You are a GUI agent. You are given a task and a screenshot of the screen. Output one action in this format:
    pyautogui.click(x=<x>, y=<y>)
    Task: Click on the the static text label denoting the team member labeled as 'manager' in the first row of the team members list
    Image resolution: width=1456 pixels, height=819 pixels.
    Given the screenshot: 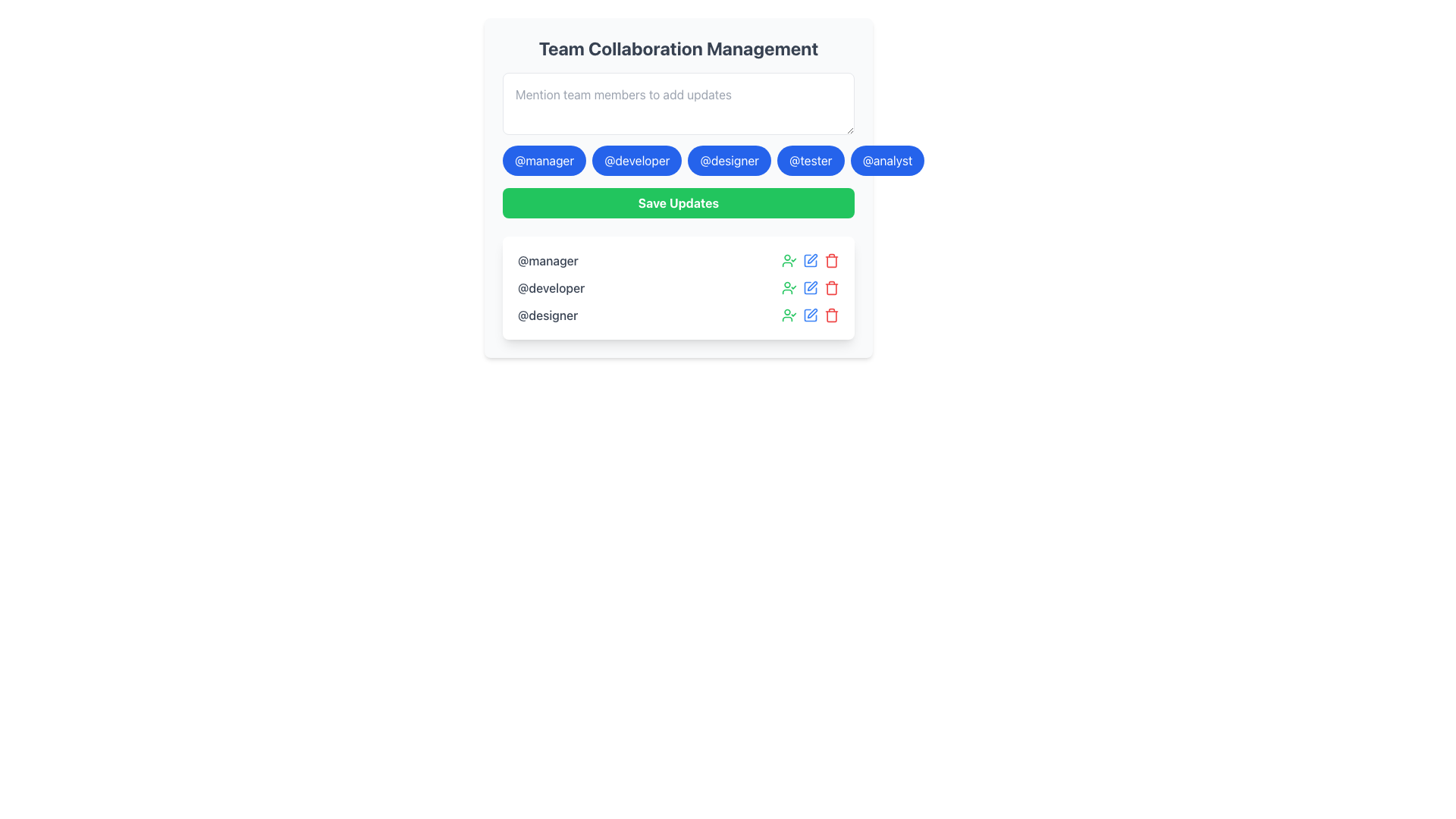 What is the action you would take?
    pyautogui.click(x=547, y=259)
    